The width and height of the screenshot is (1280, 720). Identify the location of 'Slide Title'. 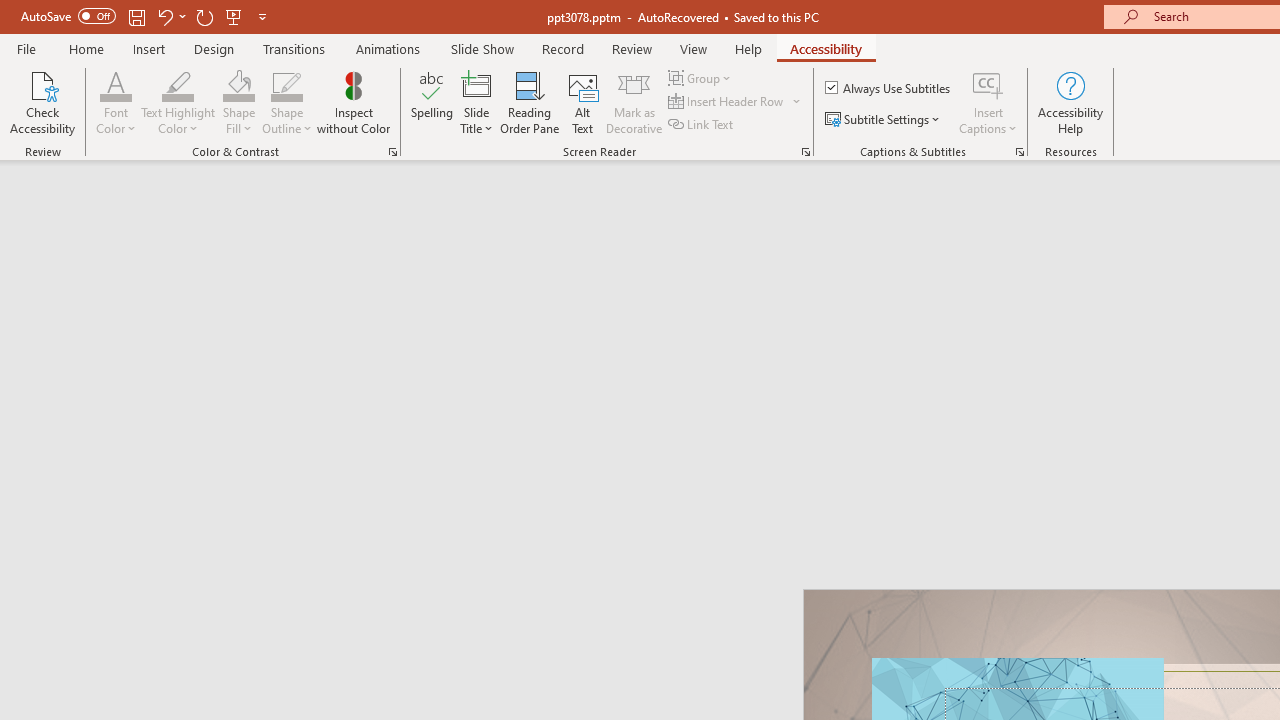
(475, 84).